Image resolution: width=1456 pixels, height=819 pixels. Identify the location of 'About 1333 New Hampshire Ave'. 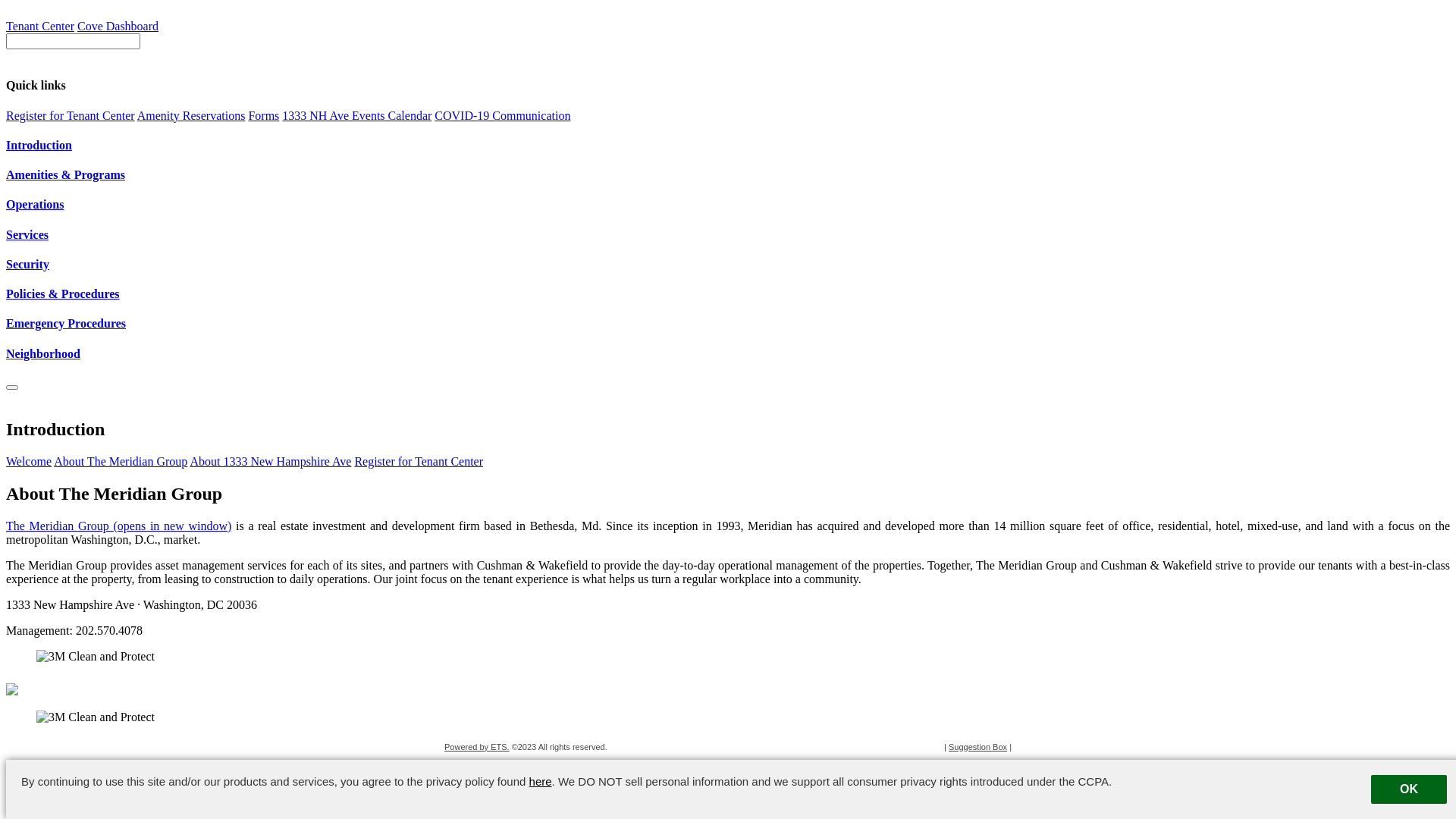
(270, 460).